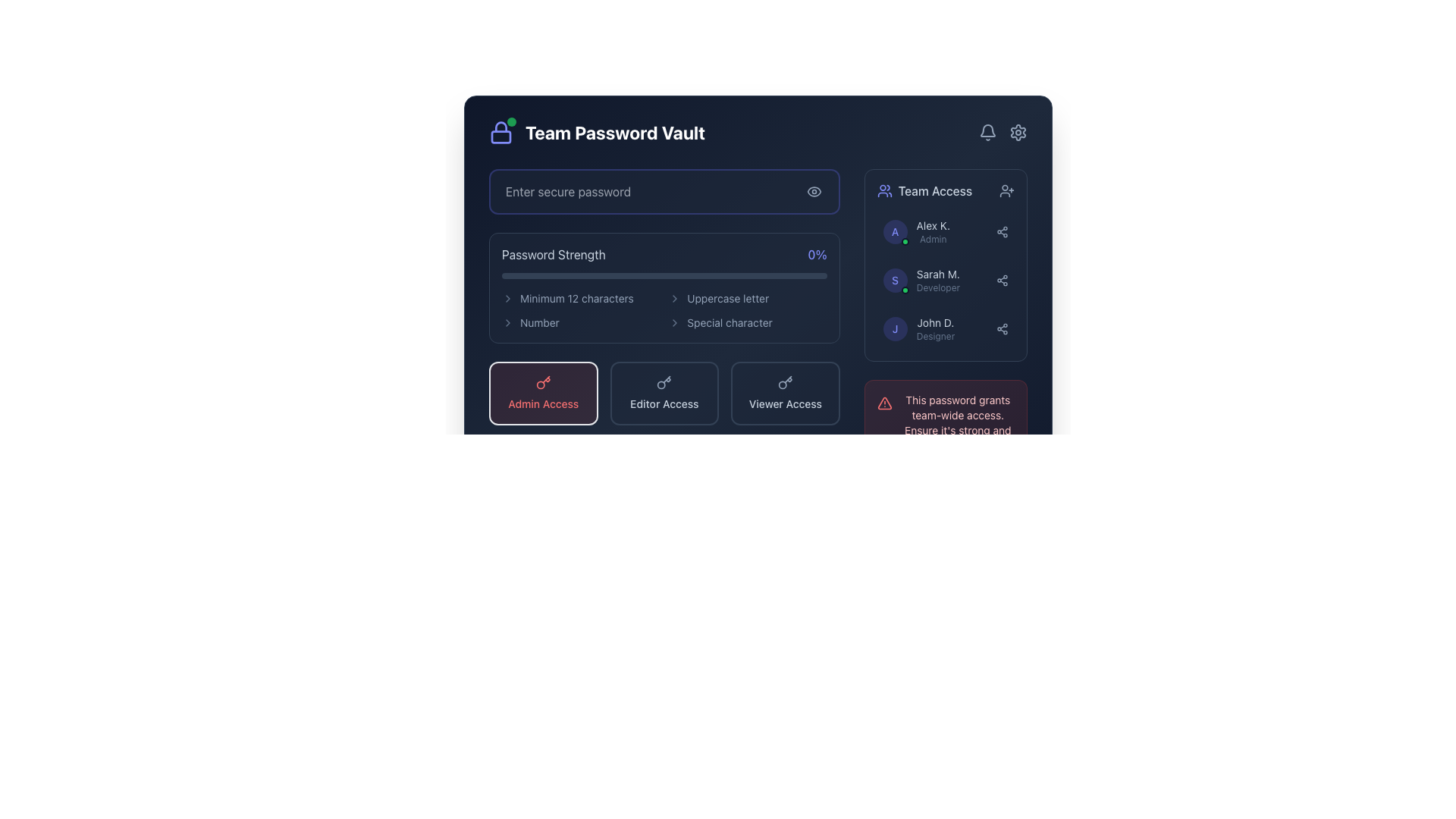 Image resolution: width=1456 pixels, height=819 pixels. Describe the element at coordinates (937, 288) in the screenshot. I see `the text label reading 'Developer' located in the 'Team Access' sidebar, positioned below 'Sarah M.' and above the share icon` at that location.